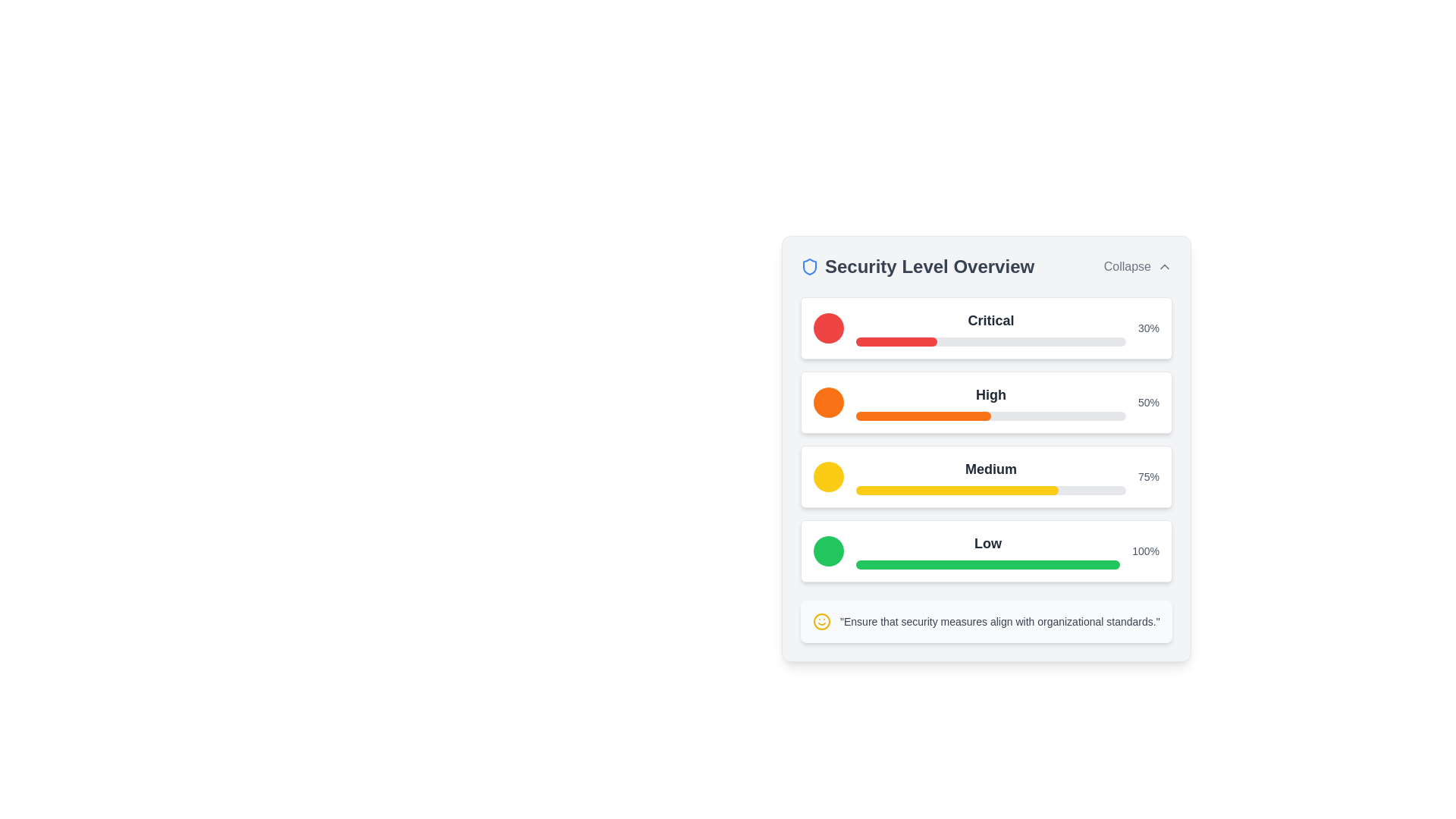 This screenshot has height=819, width=1456. Describe the element at coordinates (828, 475) in the screenshot. I see `the Circular status indicator that represents the "Medium" level within the security overview` at that location.